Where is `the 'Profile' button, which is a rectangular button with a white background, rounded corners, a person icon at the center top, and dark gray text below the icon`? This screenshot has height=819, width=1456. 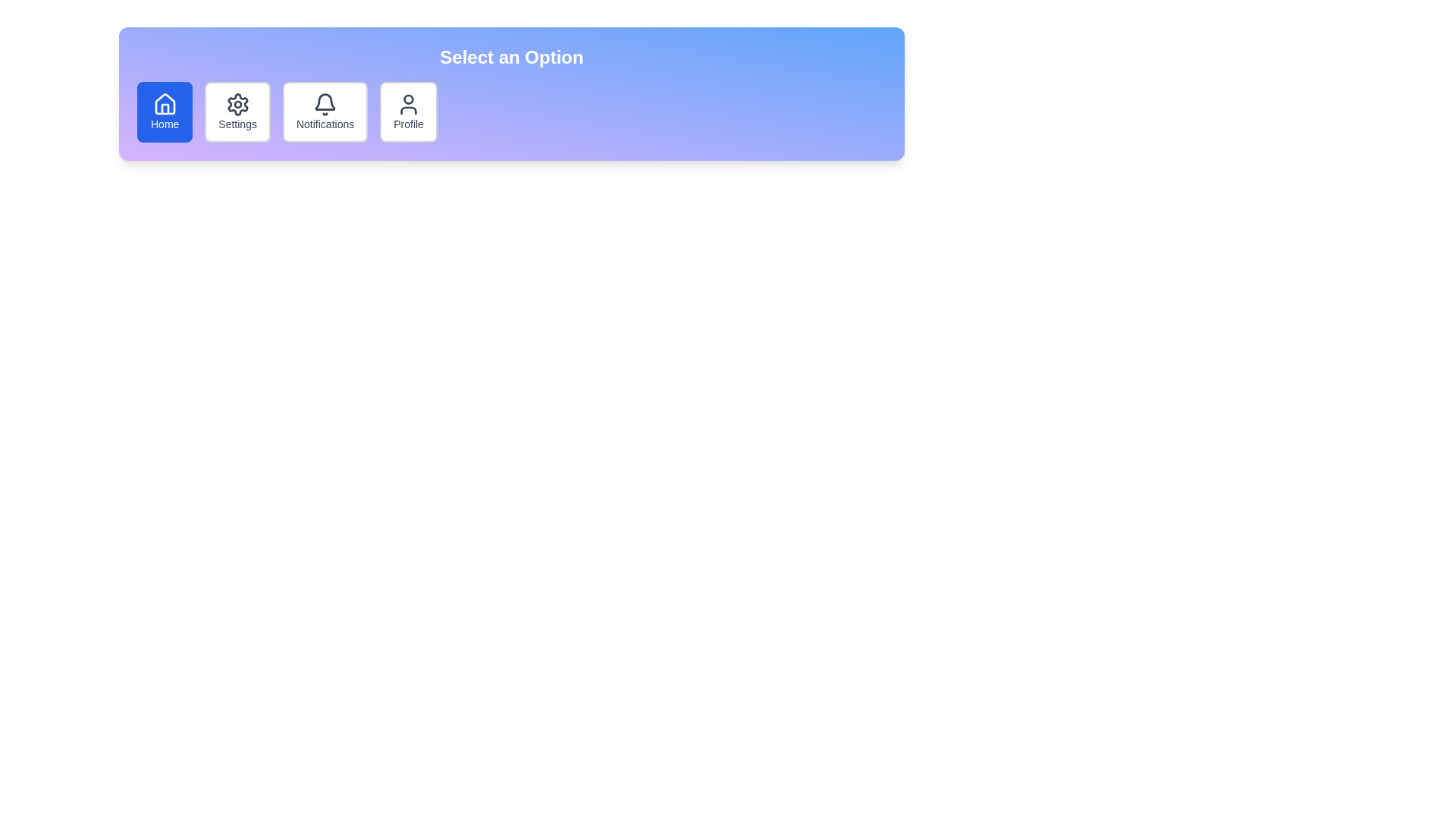
the 'Profile' button, which is a rectangular button with a white background, rounded corners, a person icon at the center top, and dark gray text below the icon is located at coordinates (409, 111).